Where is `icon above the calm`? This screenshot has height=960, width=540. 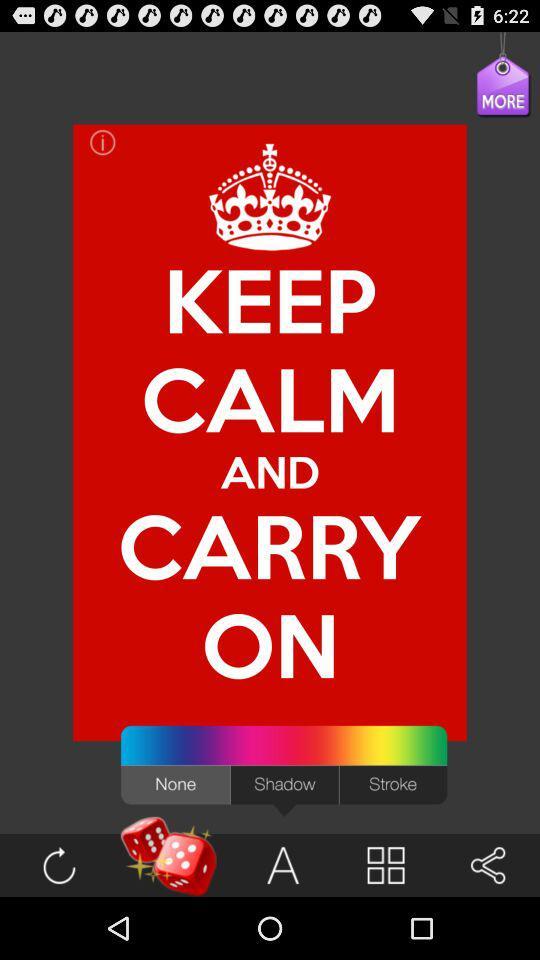 icon above the calm is located at coordinates (270, 197).